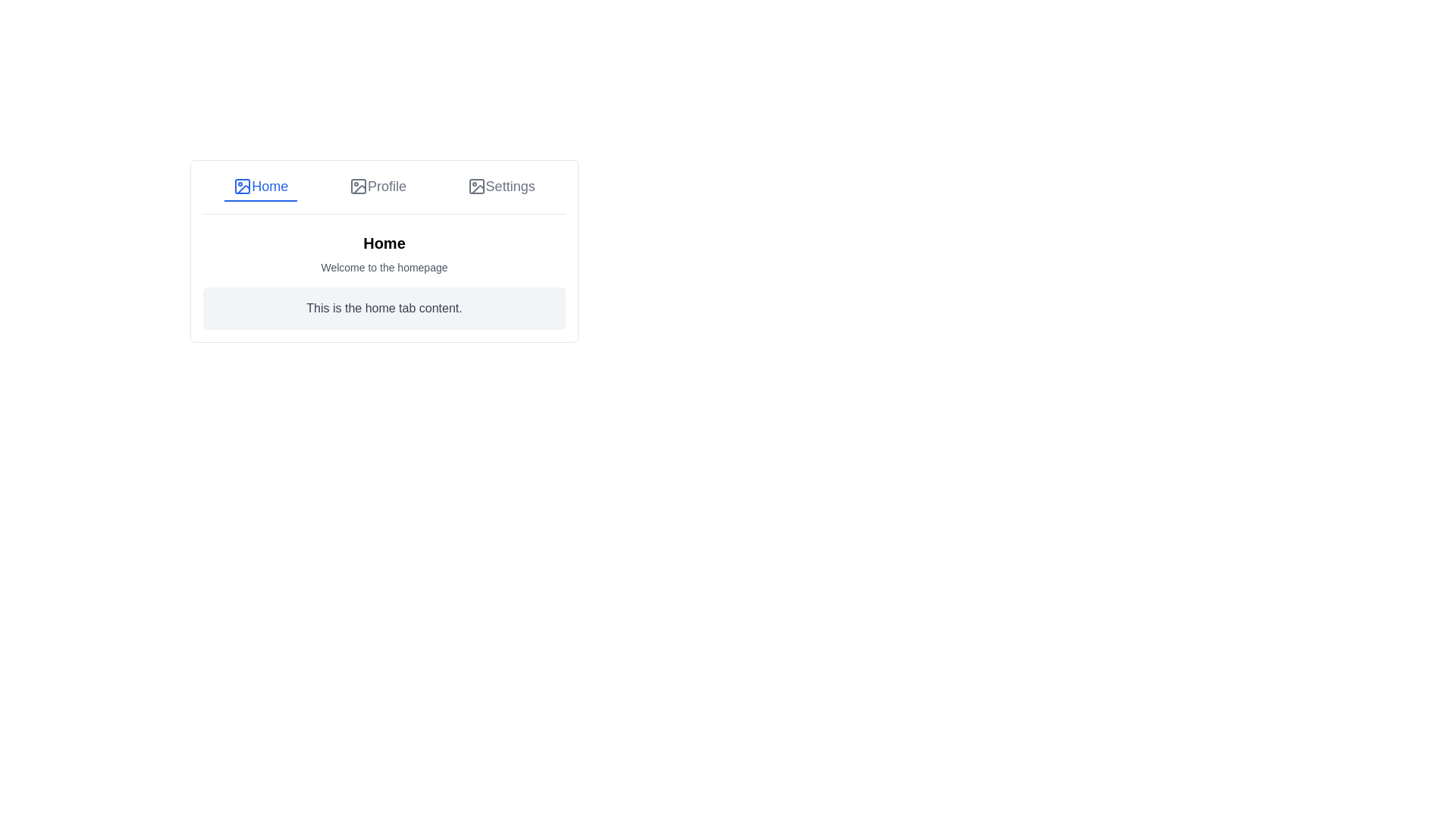  What do you see at coordinates (243, 186) in the screenshot?
I see `the blue outlined icon resembling an image or photo frame located at the leftmost side of the navigation bar in the 'Home' tab` at bounding box center [243, 186].